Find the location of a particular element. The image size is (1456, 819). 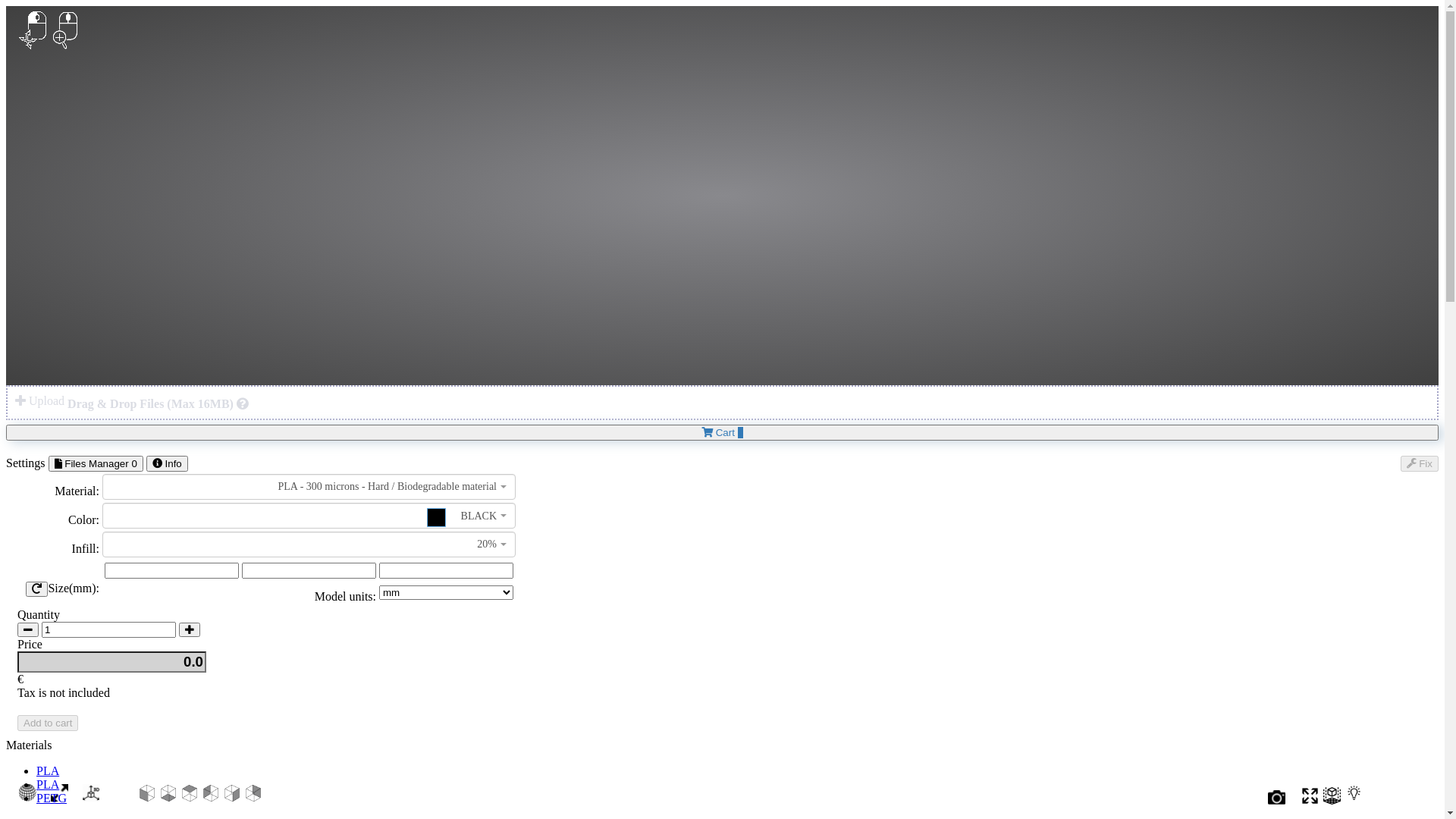

'Fix' is located at coordinates (1419, 463).